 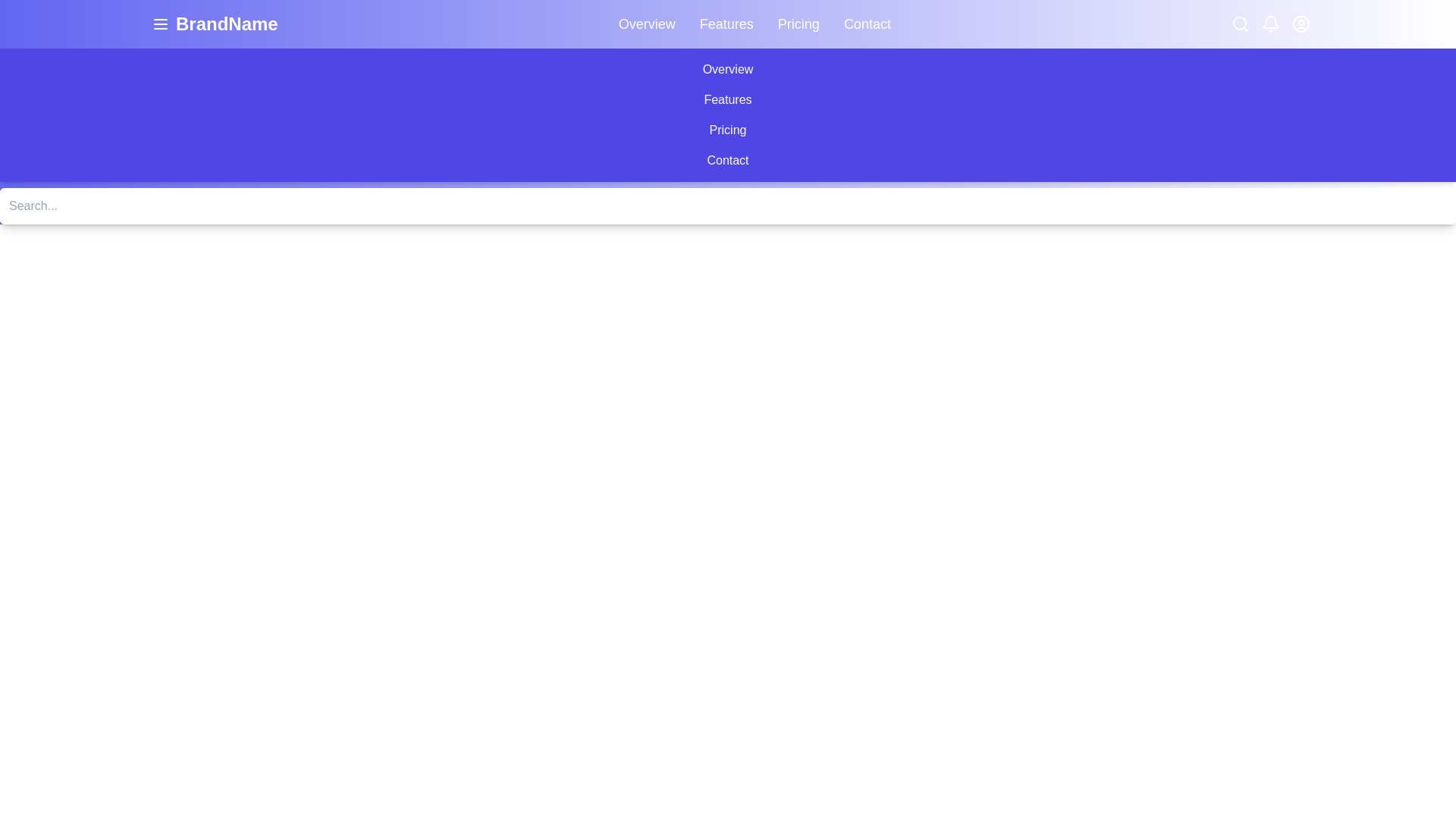 I want to click on the three-line menu button located to the left of the 'BrandName' text, so click(x=160, y=24).